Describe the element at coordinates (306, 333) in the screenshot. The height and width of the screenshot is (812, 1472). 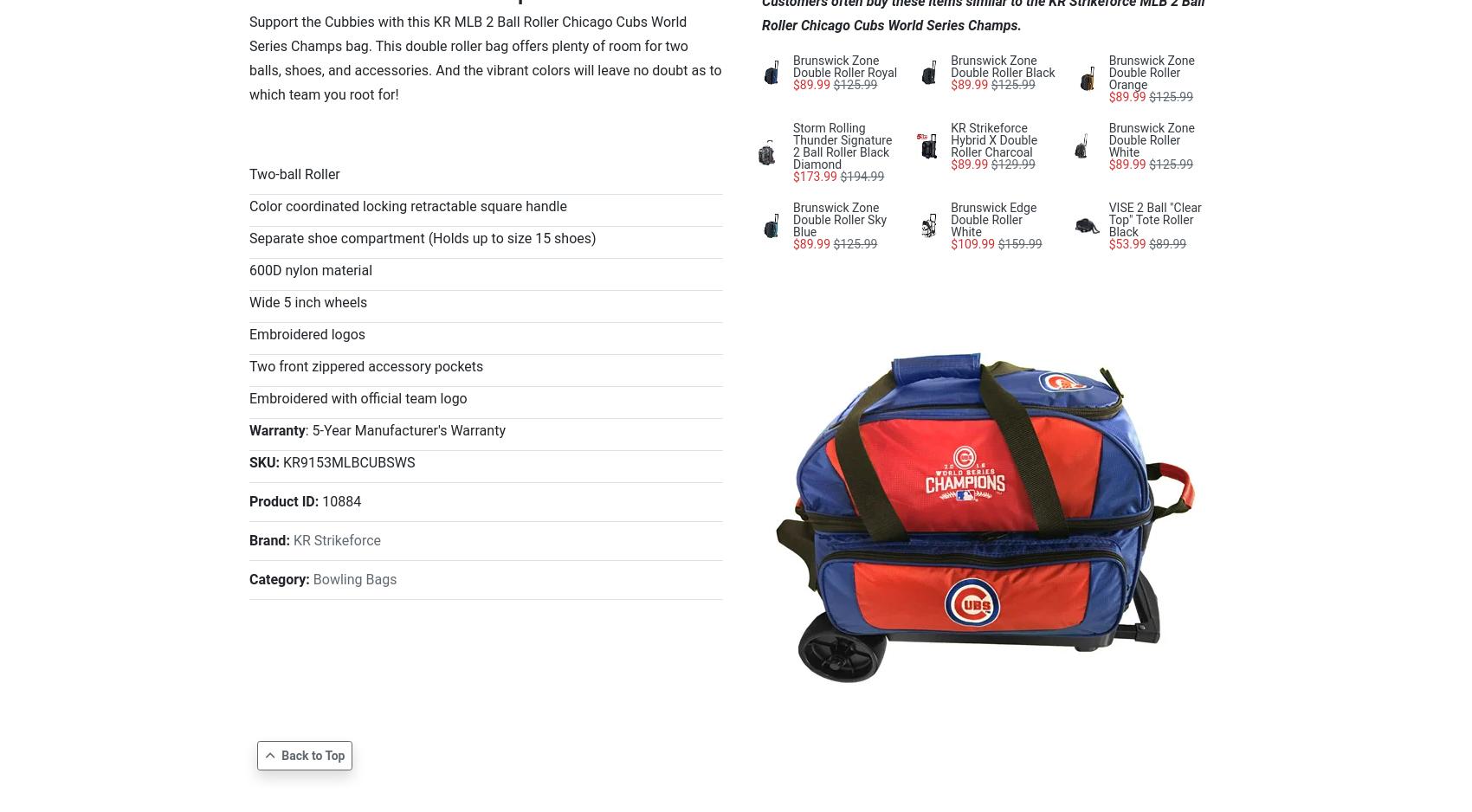
I see `'Embroidered logos'` at that location.